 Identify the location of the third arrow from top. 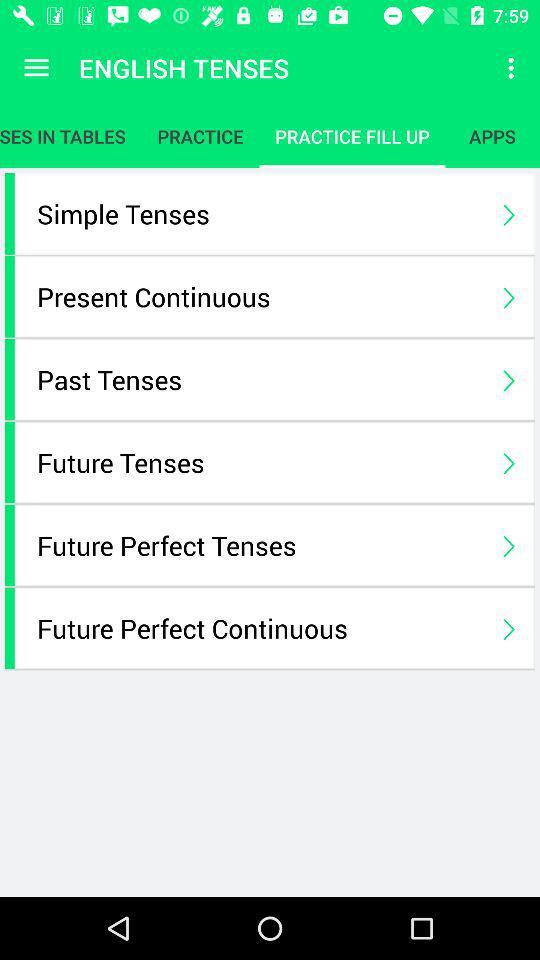
(508, 378).